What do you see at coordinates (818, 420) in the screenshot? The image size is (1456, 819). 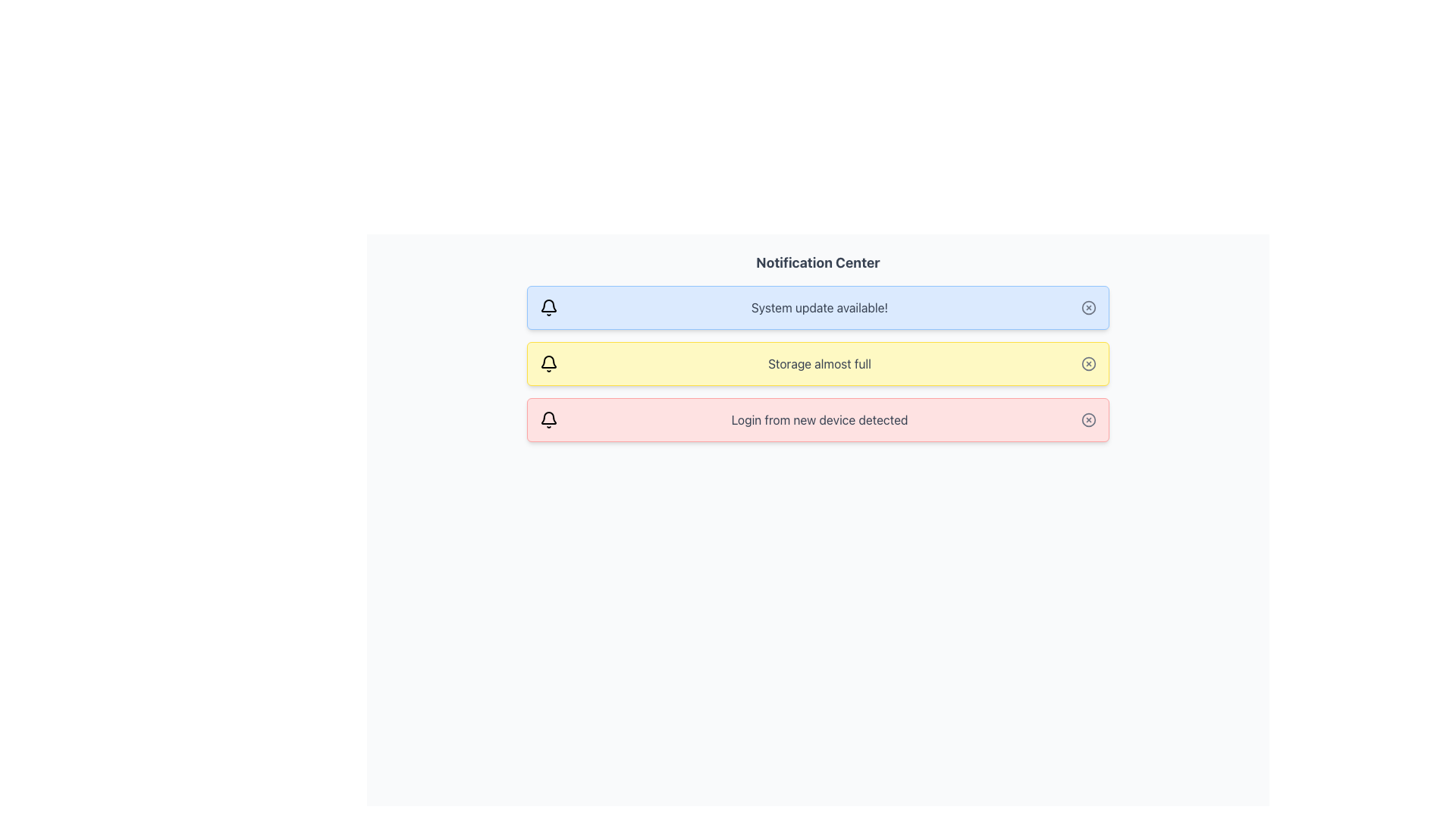 I see `notification text 'Login from new device detected' from the Text Label element, which is styled in a medium-to-bold gray typeface and has a pink background bar with rounded corners, located near the bottom of the Notification Center interface` at bounding box center [818, 420].